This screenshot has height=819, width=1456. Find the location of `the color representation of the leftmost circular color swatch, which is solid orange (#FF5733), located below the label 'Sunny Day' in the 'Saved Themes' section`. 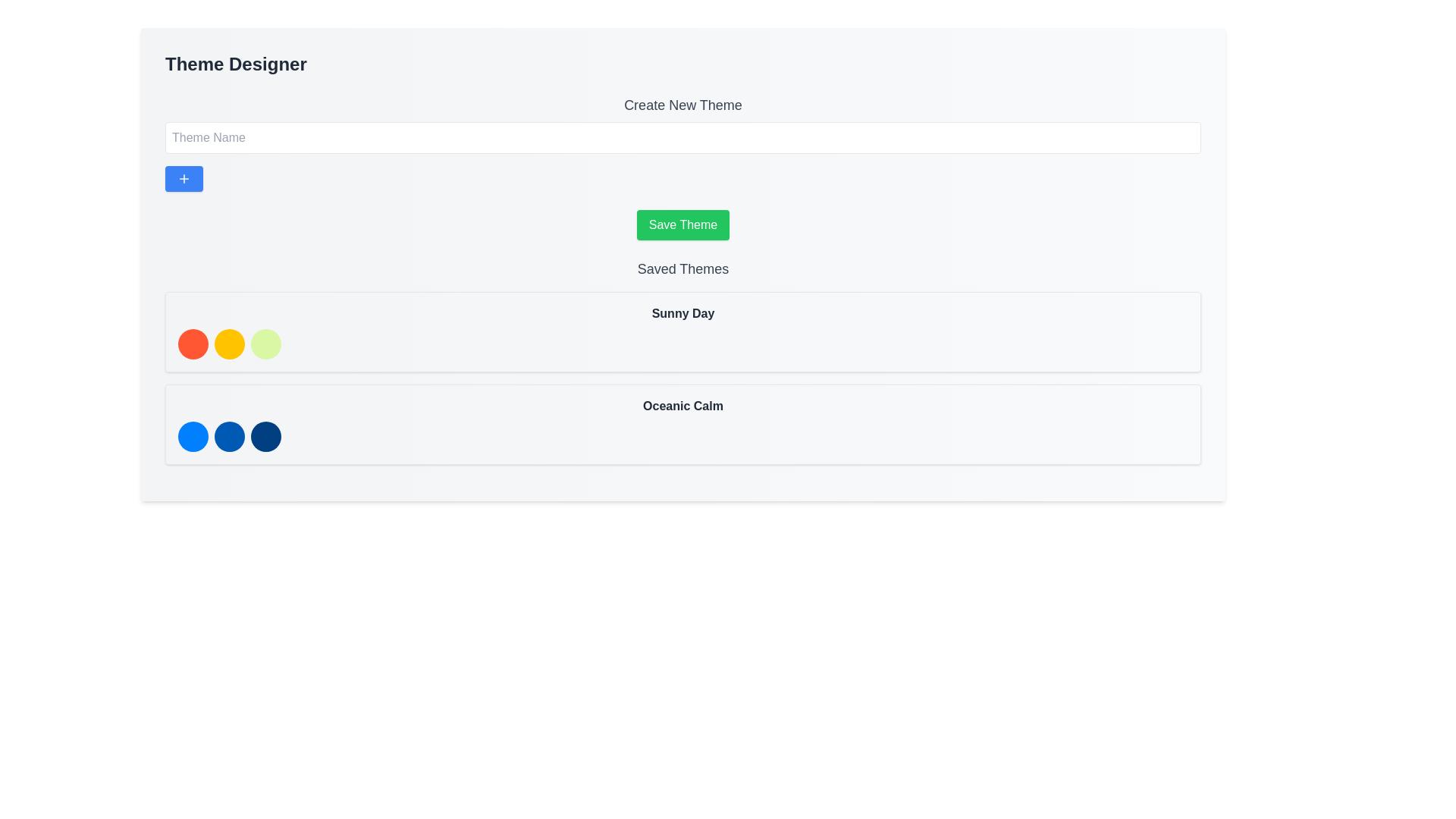

the color representation of the leftmost circular color swatch, which is solid orange (#FF5733), located below the label 'Sunny Day' in the 'Saved Themes' section is located at coordinates (192, 344).